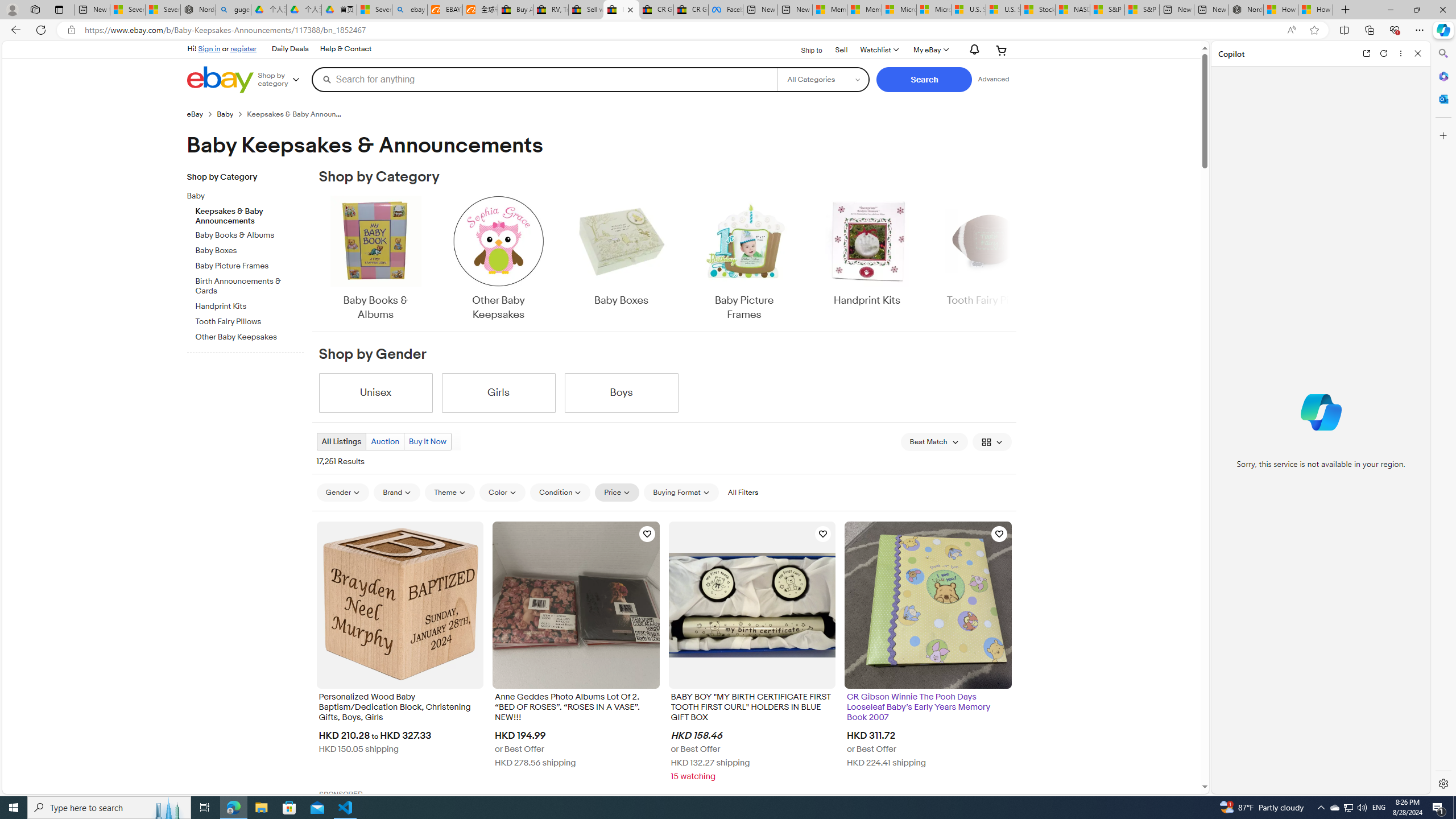 This screenshot has height=819, width=1456. Describe the element at coordinates (1366, 53) in the screenshot. I see `'Open link in new tab'` at that location.